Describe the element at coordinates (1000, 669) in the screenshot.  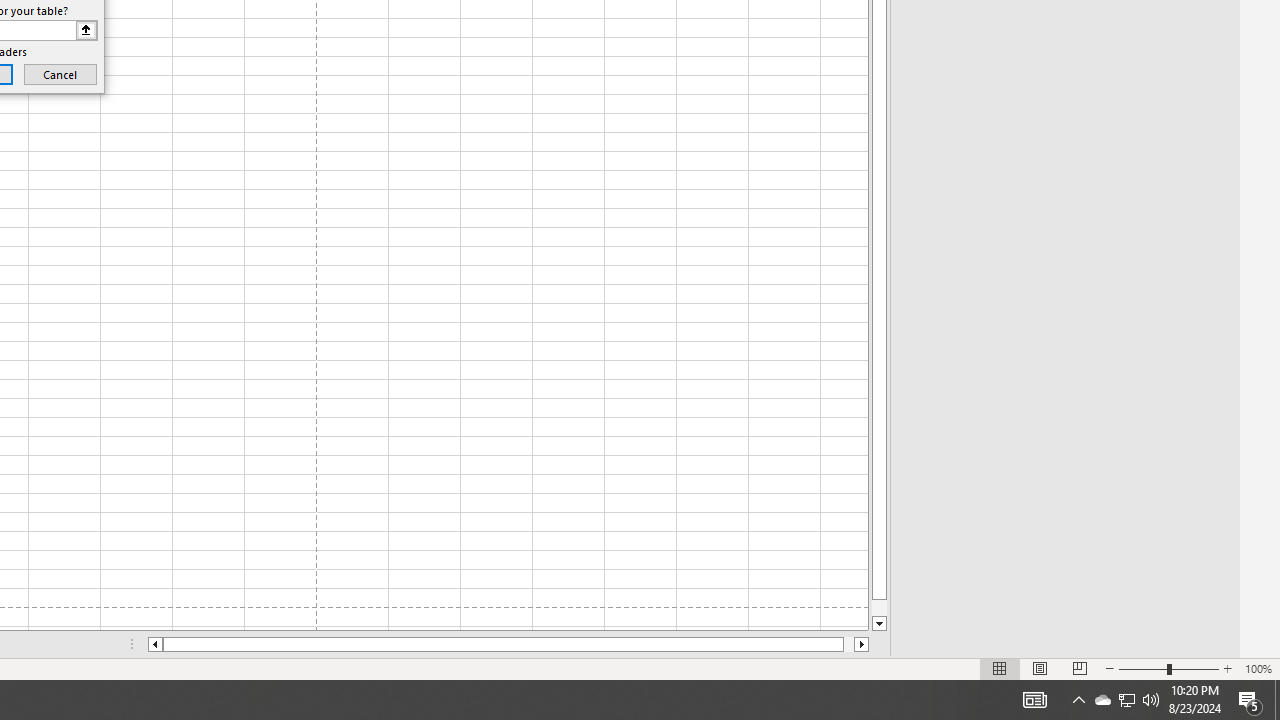
I see `'Normal'` at that location.